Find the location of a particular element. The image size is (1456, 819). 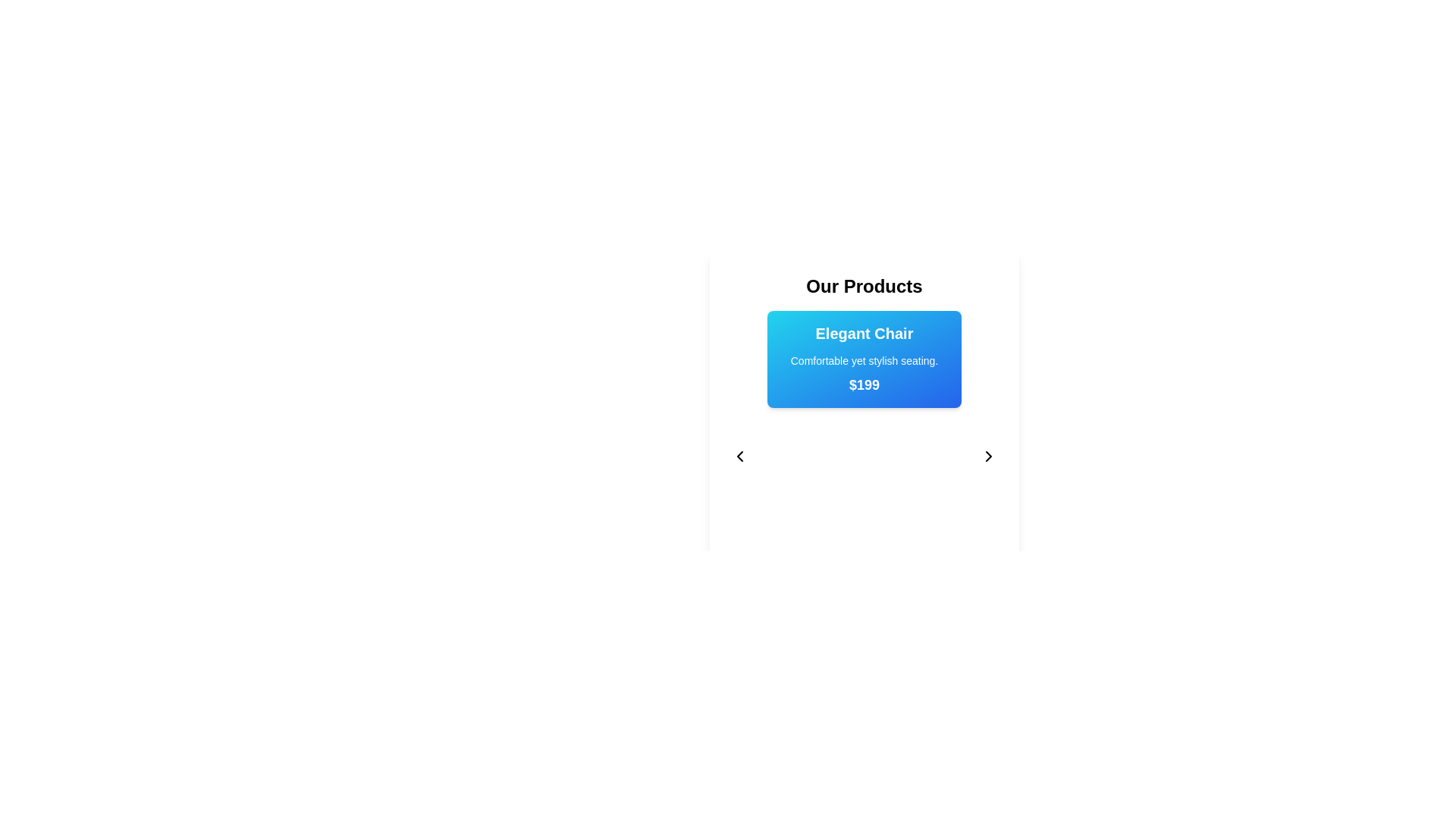

the left navigational arrow button to activate keyboard navigation is located at coordinates (739, 455).